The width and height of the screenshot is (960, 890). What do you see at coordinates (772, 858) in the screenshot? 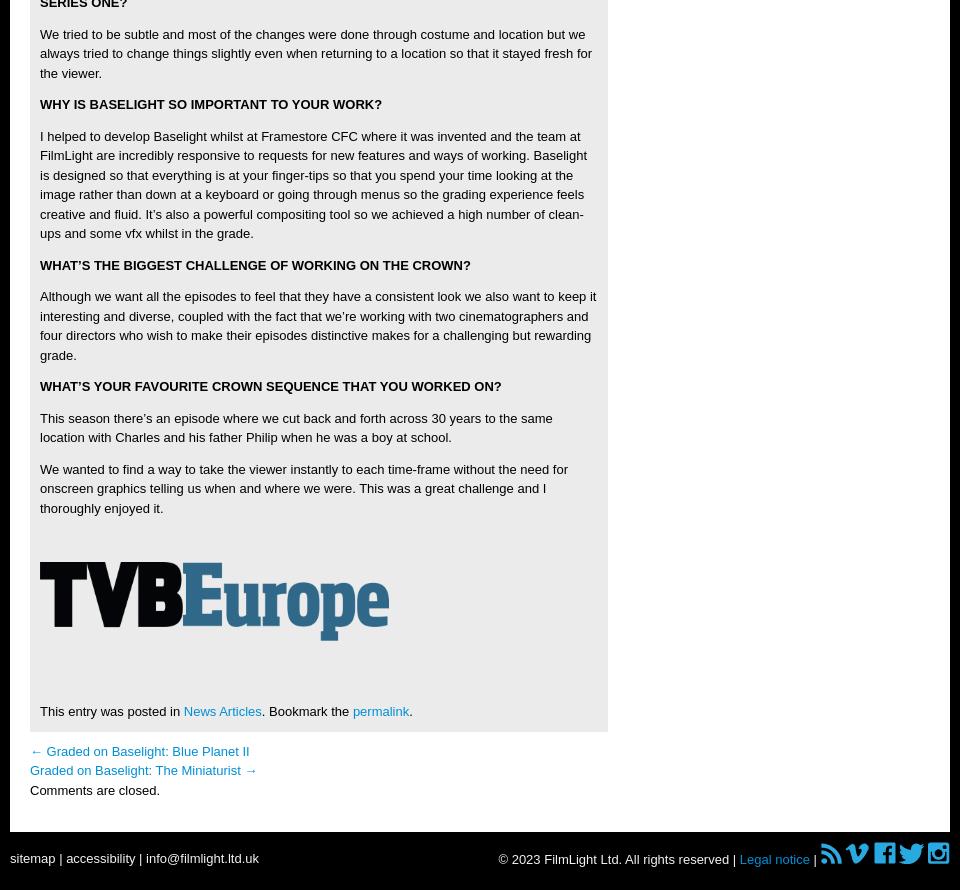
I see `'Legal notice'` at bounding box center [772, 858].